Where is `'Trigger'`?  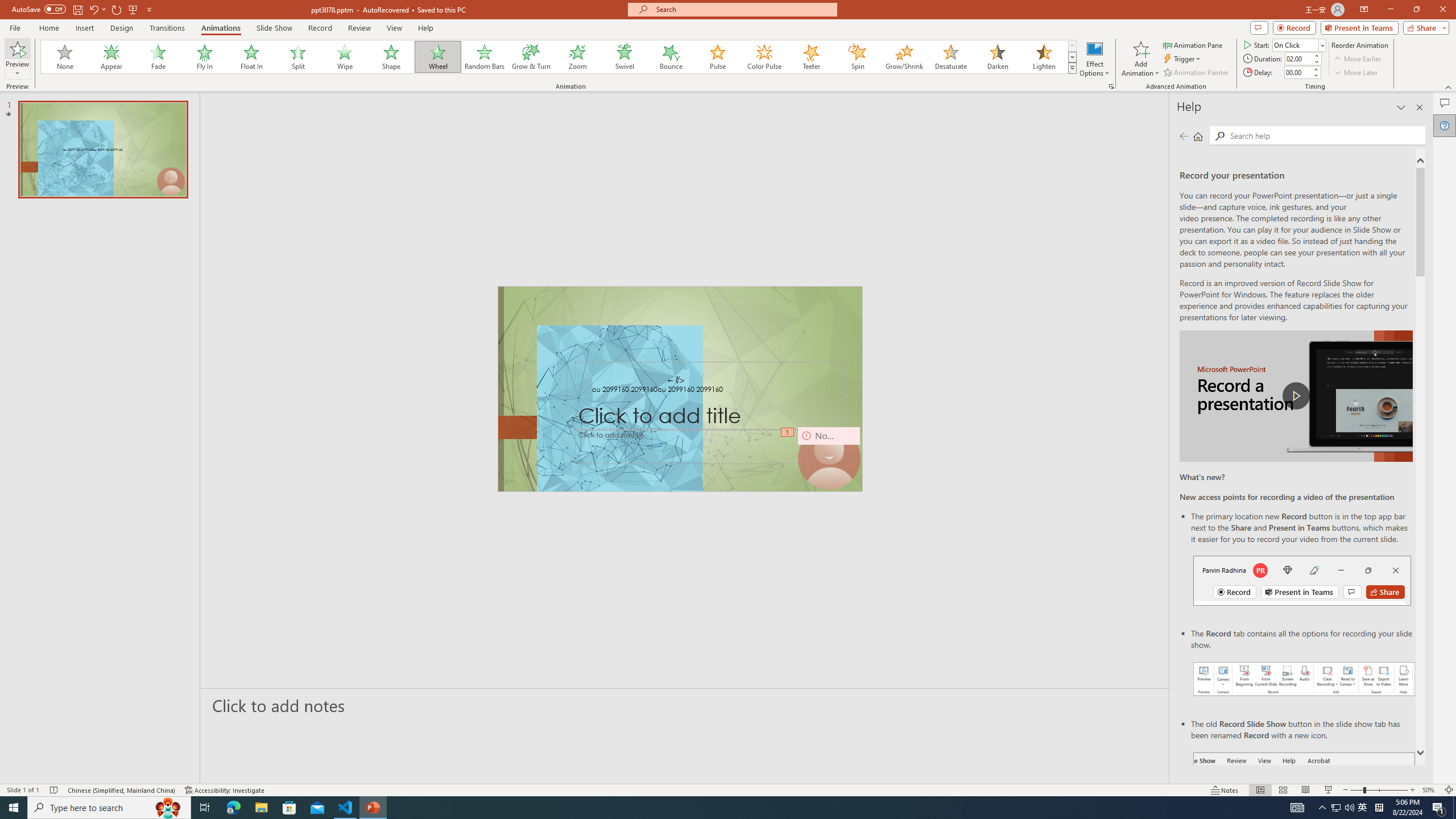 'Trigger' is located at coordinates (1182, 59).